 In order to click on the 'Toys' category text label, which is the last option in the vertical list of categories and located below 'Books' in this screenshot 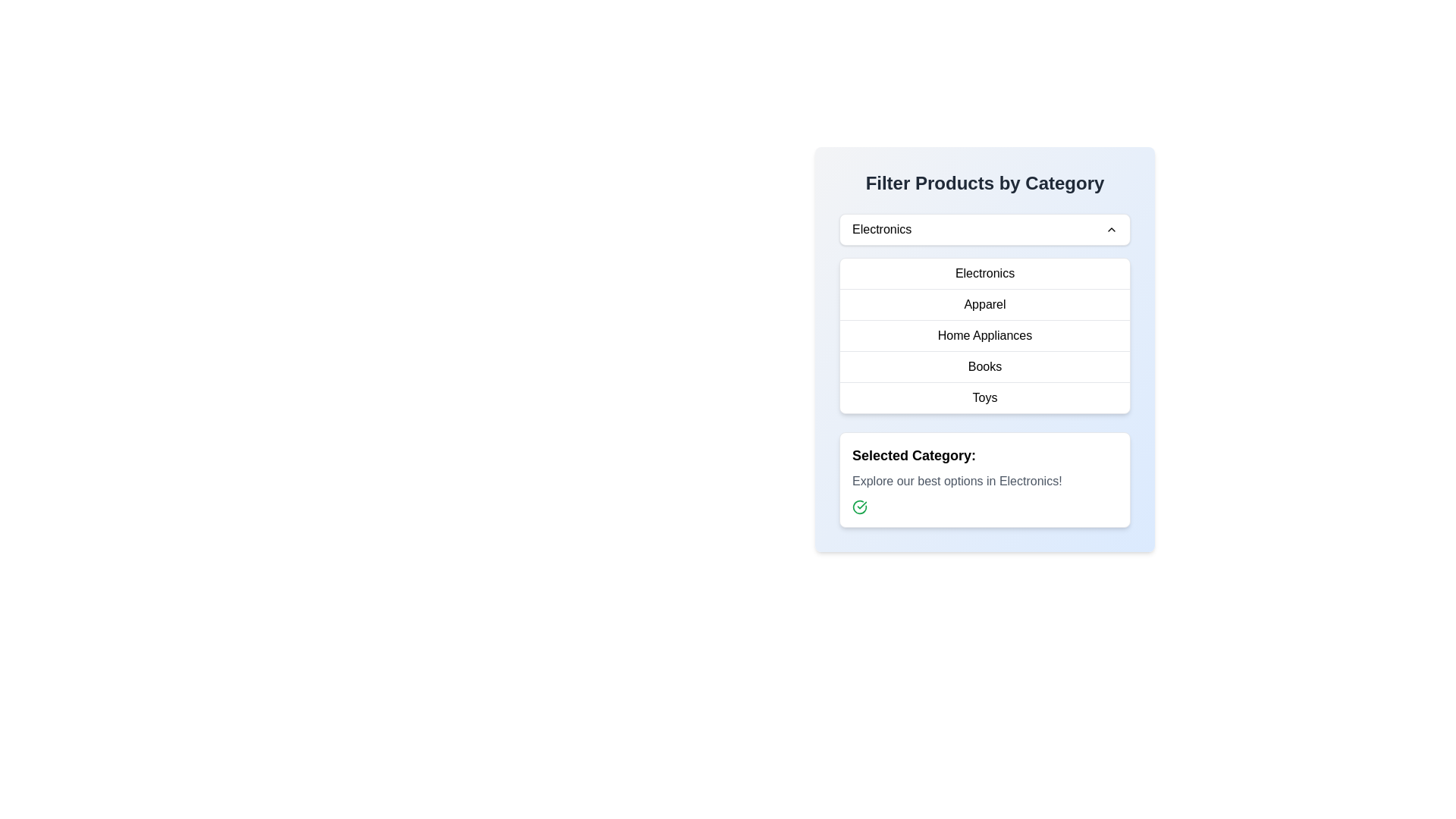, I will do `click(985, 397)`.